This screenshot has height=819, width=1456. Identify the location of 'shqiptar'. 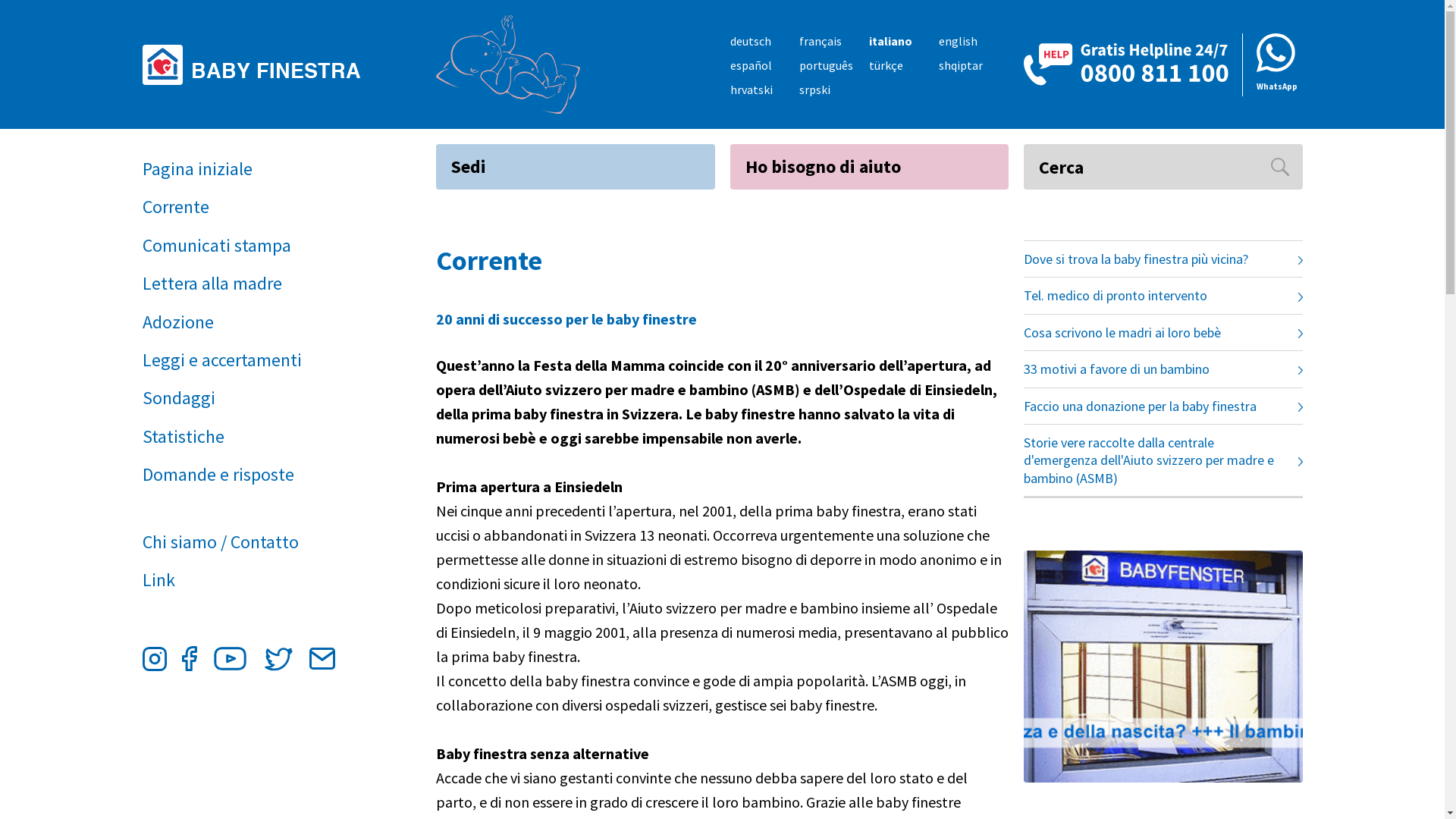
(960, 64).